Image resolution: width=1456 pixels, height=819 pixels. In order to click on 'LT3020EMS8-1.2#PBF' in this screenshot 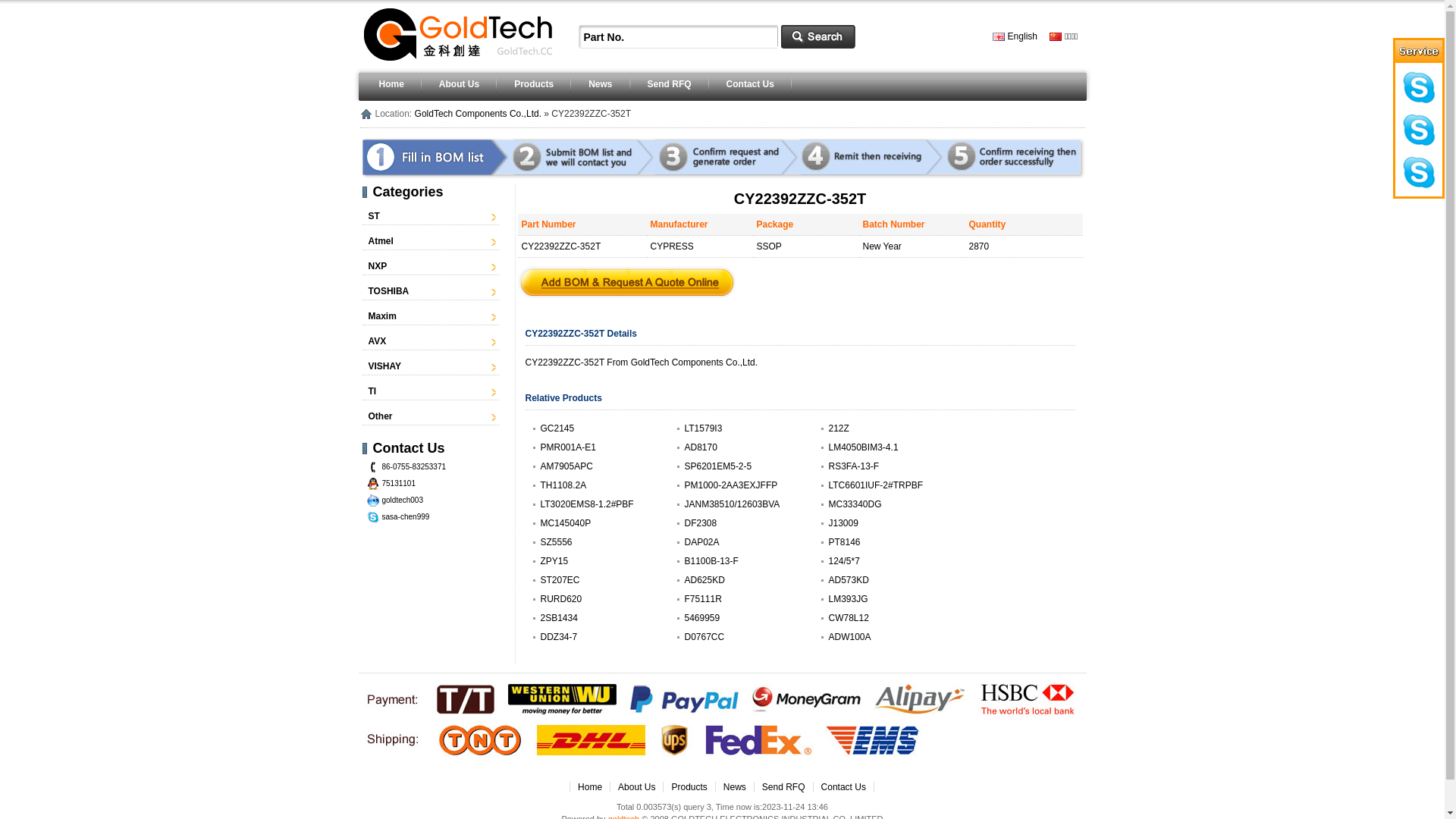, I will do `click(539, 504)`.